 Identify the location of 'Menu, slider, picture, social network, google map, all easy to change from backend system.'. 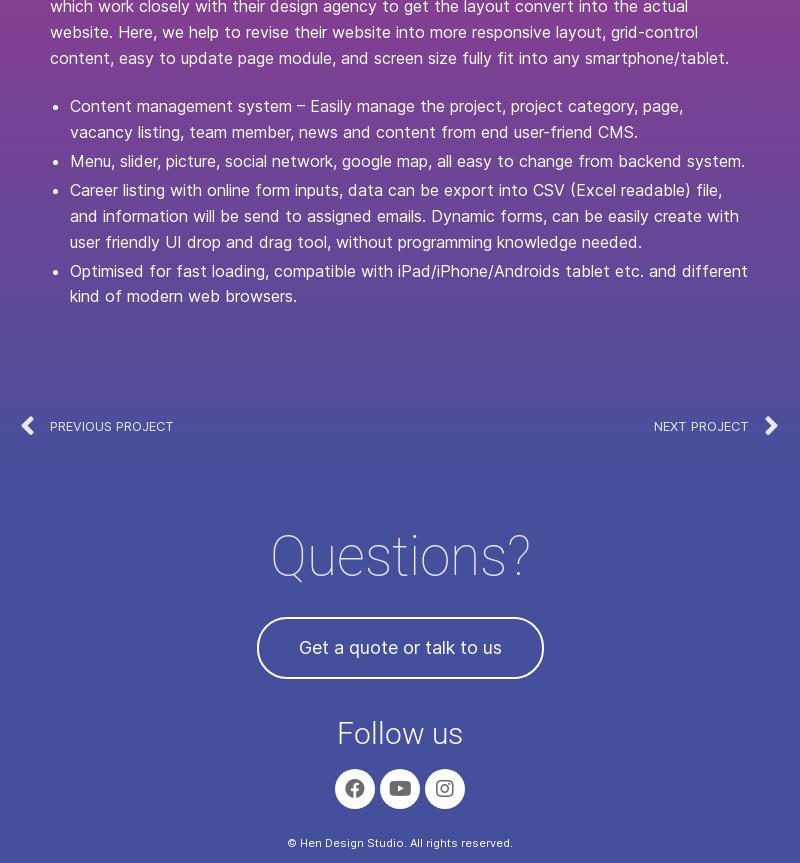
(407, 160).